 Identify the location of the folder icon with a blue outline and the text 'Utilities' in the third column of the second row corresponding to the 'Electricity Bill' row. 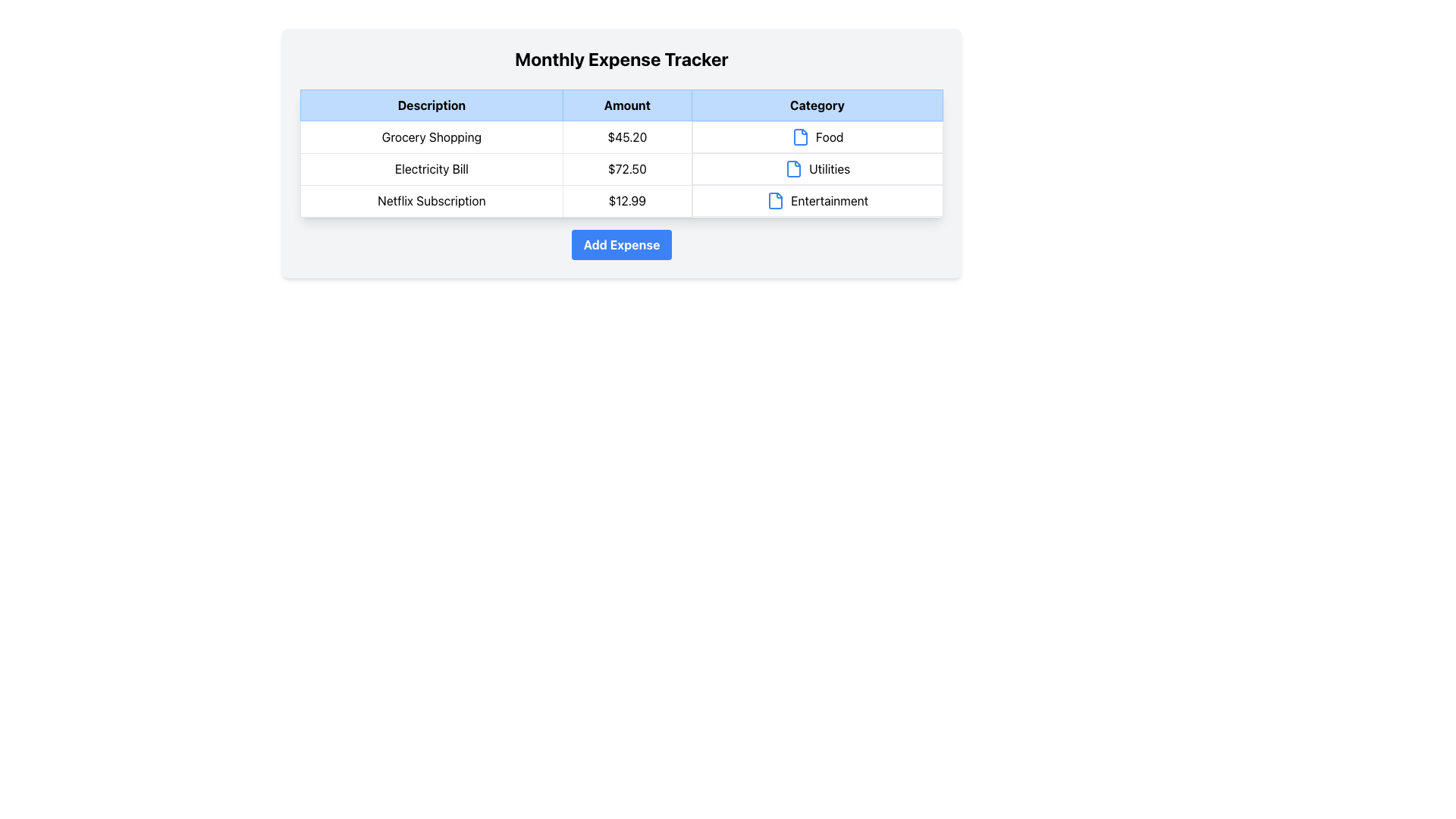
(817, 169).